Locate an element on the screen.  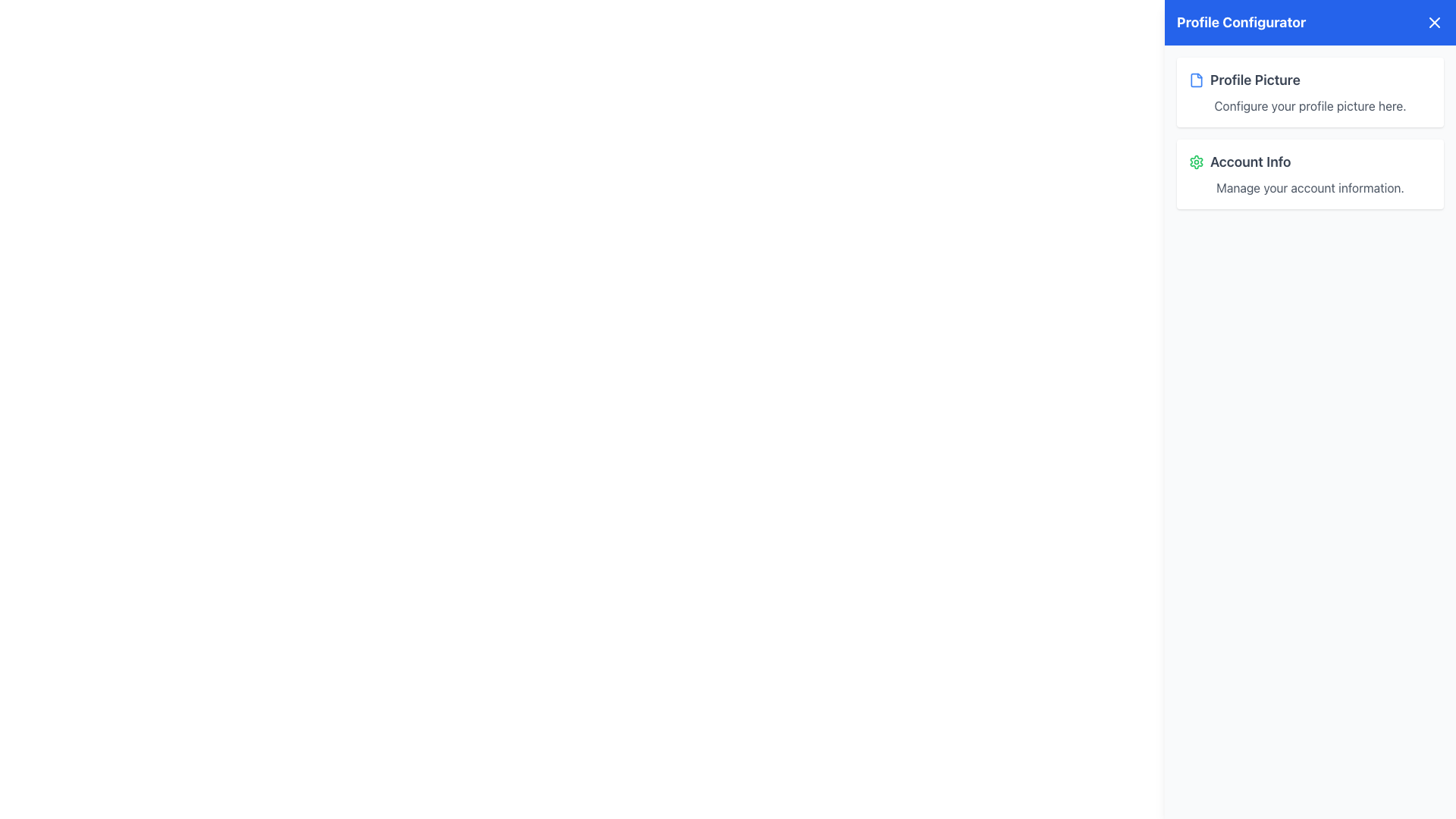
text label indicating the current section for configuring the profile, located at the top-left corner of the blue header bar in the side panel is located at coordinates (1241, 23).